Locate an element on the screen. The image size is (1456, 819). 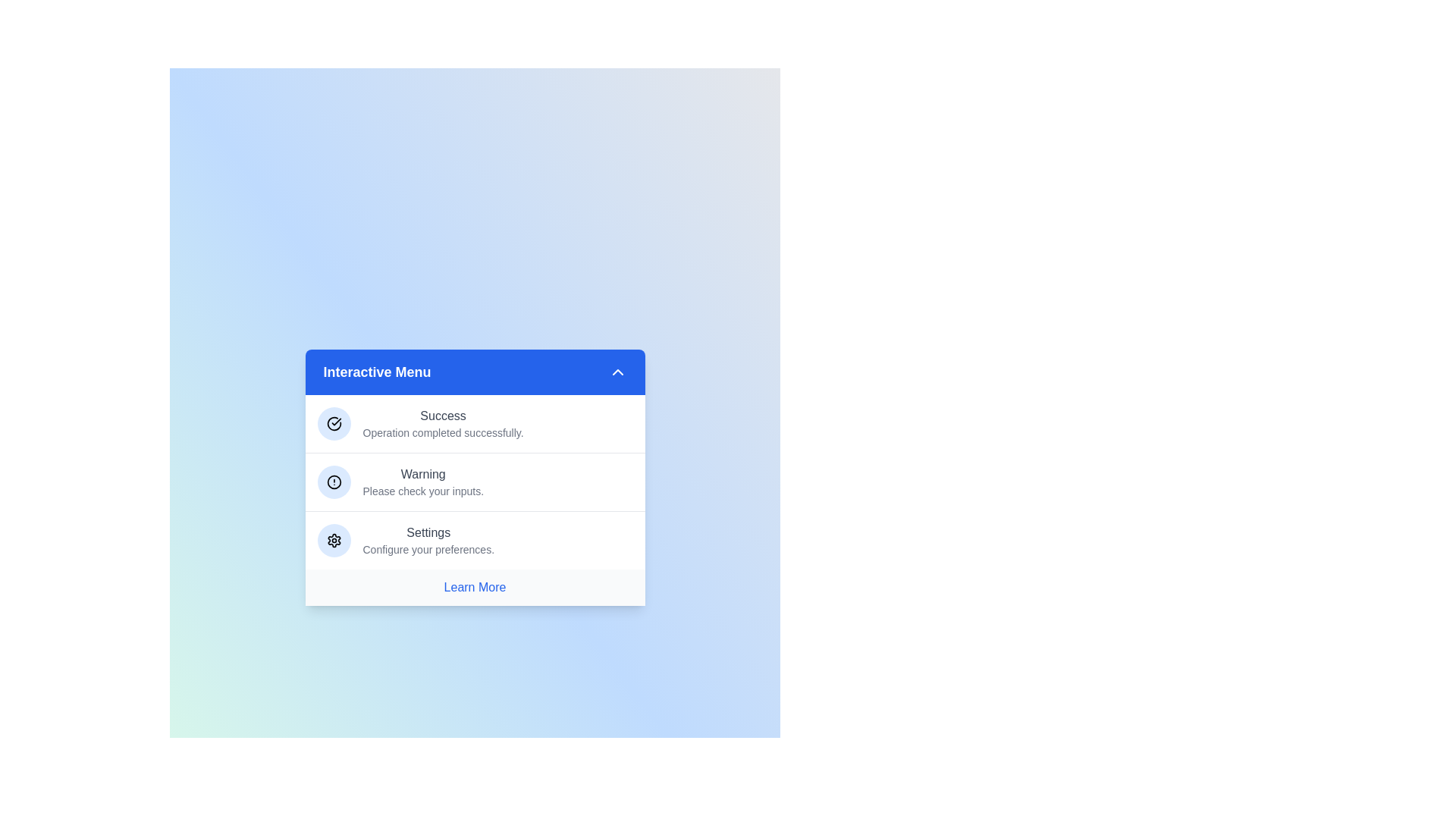
the menu item corresponding to Warning is located at coordinates (474, 482).